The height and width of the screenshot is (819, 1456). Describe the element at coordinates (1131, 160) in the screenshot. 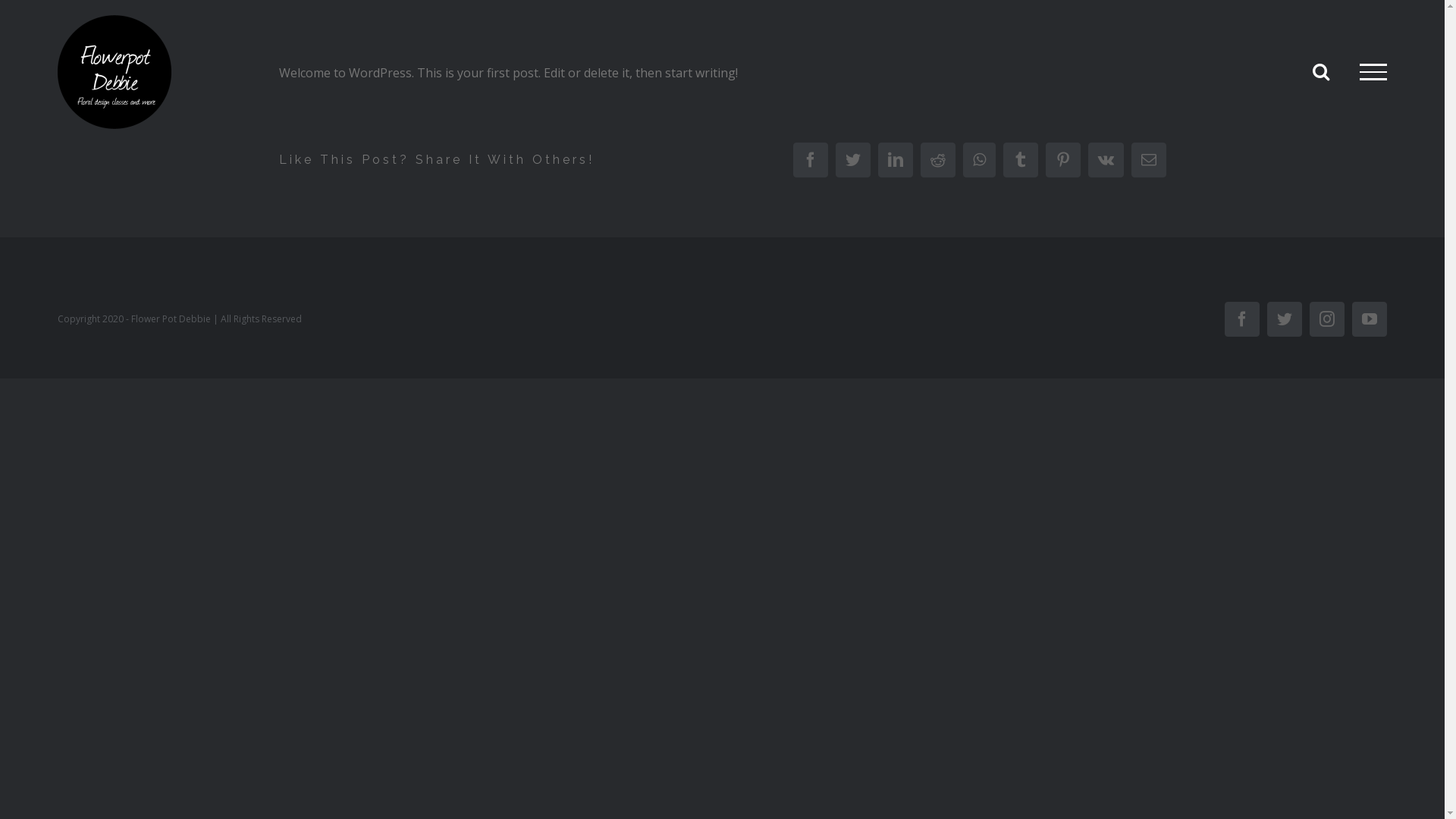

I see `'Email'` at that location.